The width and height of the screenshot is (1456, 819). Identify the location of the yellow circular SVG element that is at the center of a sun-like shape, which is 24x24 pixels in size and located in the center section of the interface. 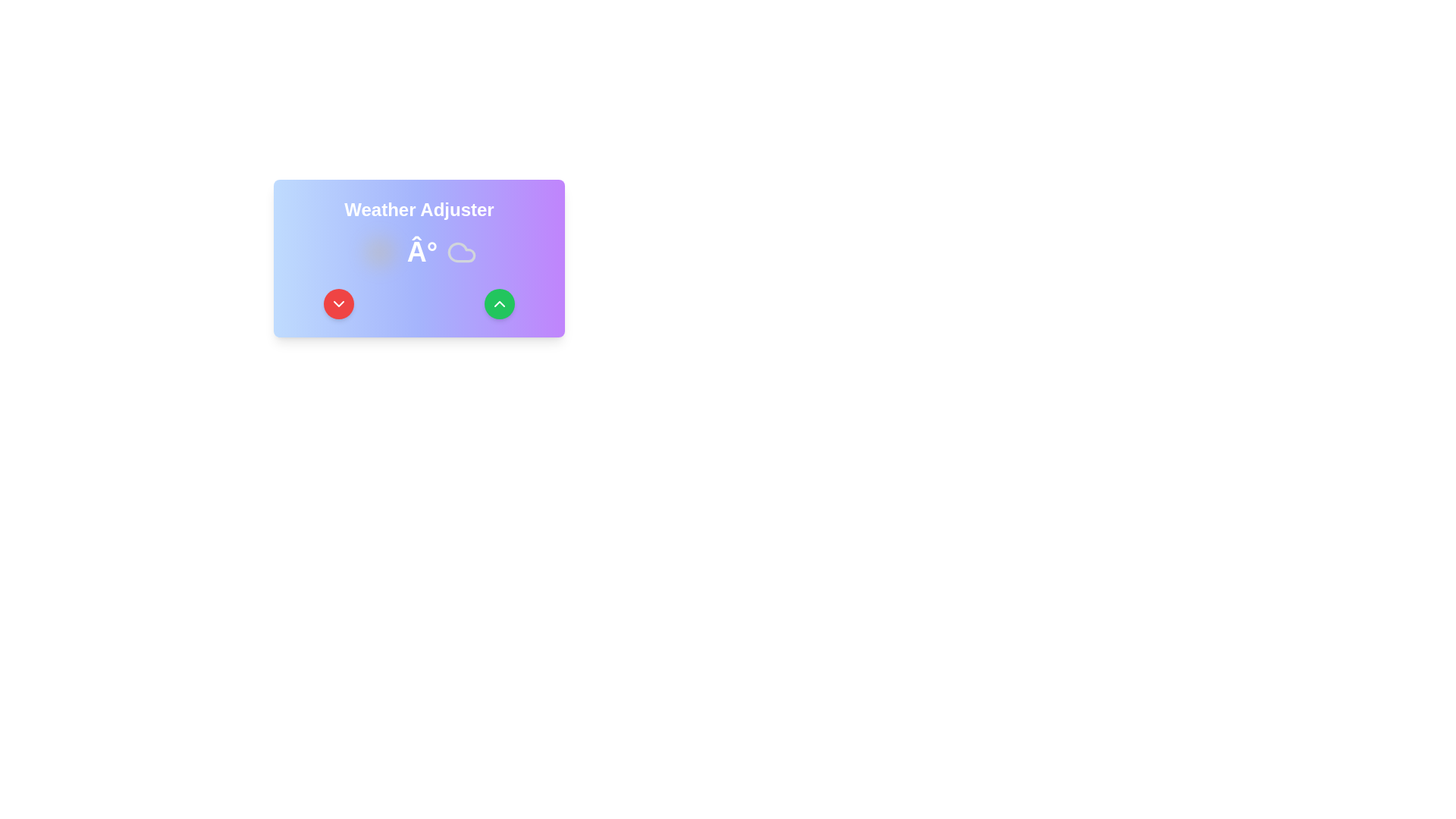
(379, 251).